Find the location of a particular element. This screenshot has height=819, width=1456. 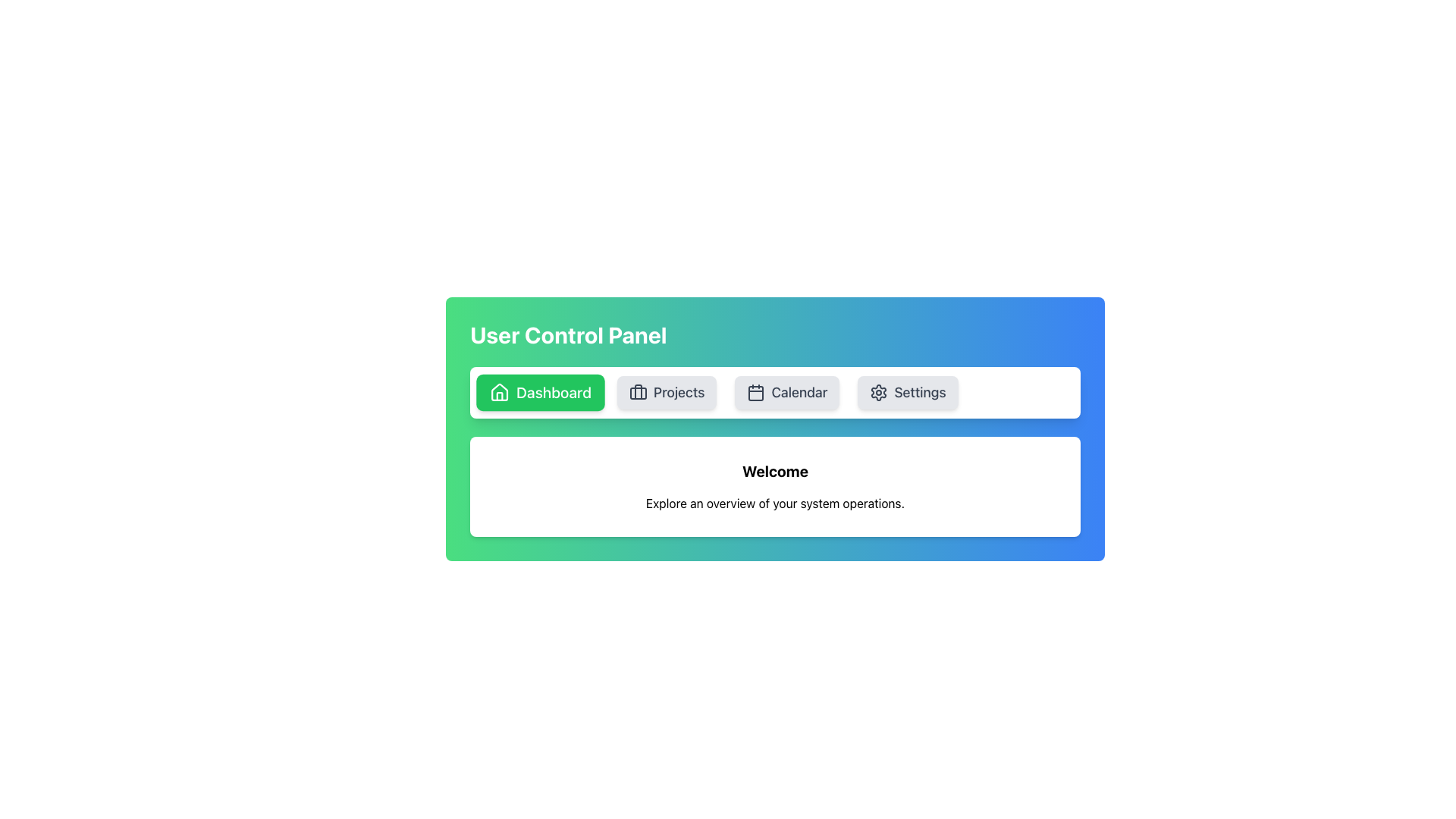

the Navigation bar located in the middle of the visible content, which contains buttons labeled 'Dashboard', 'Projects', 'Calendar', and 'Settings' to visualize hover effects is located at coordinates (775, 391).